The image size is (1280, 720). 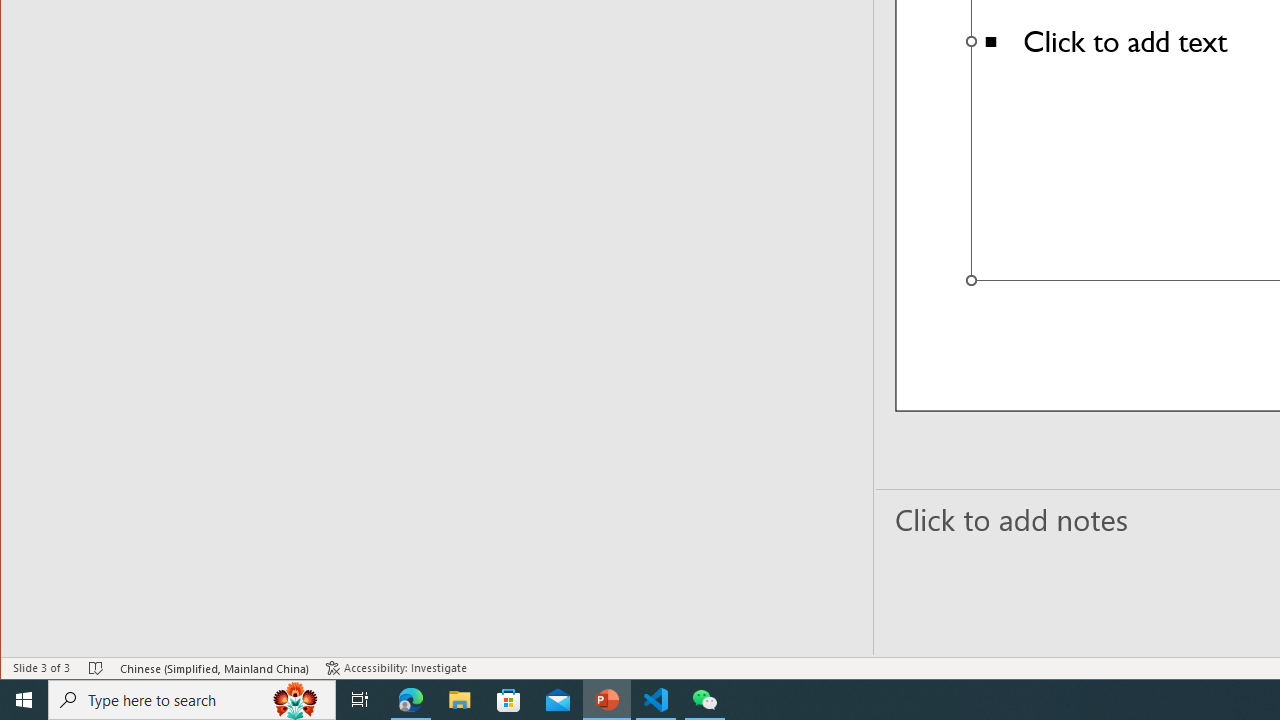 What do you see at coordinates (410, 698) in the screenshot?
I see `'Microsoft Edge - 1 running window'` at bounding box center [410, 698].